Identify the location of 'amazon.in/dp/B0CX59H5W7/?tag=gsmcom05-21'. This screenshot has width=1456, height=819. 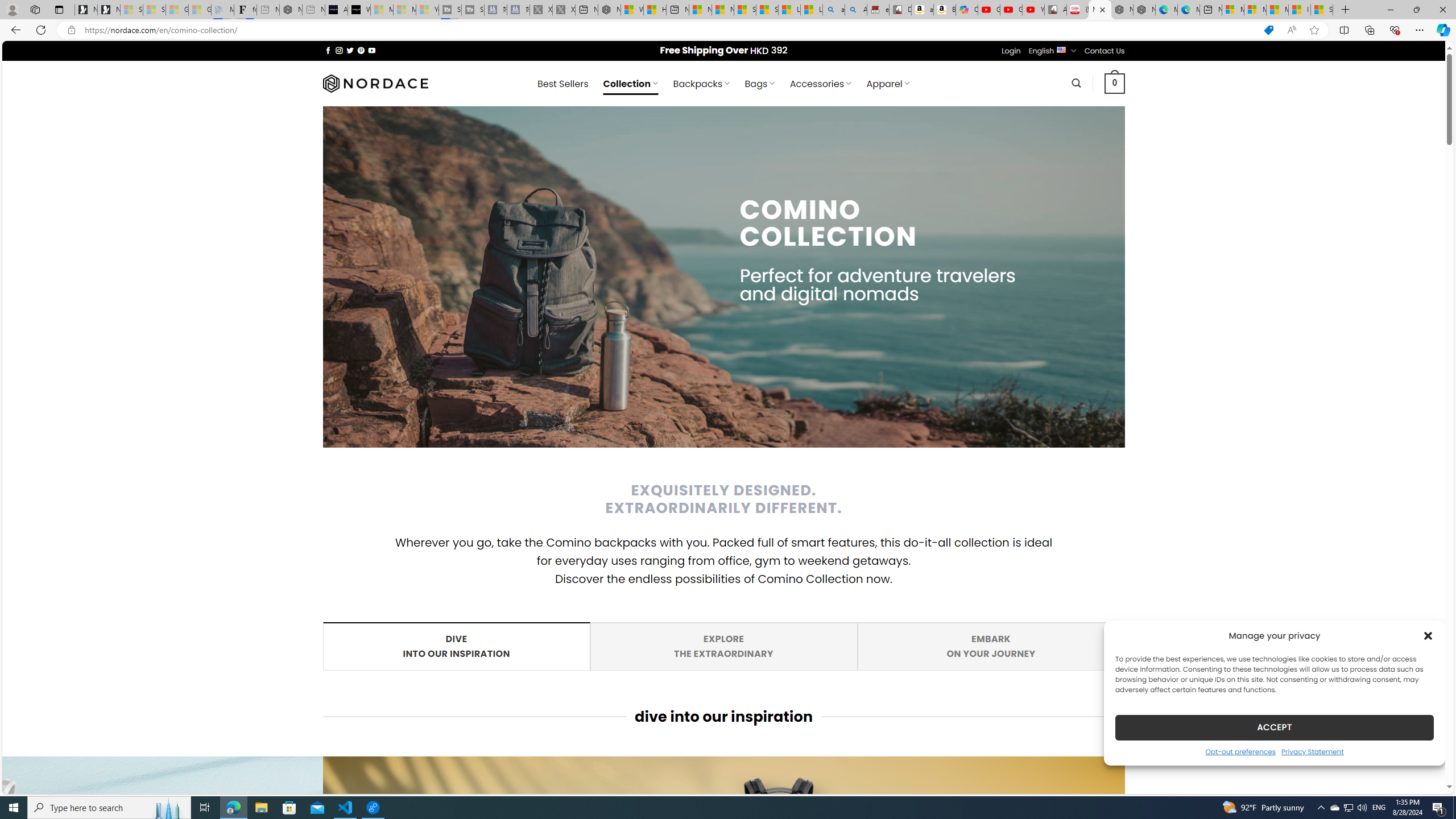
(855, 9).